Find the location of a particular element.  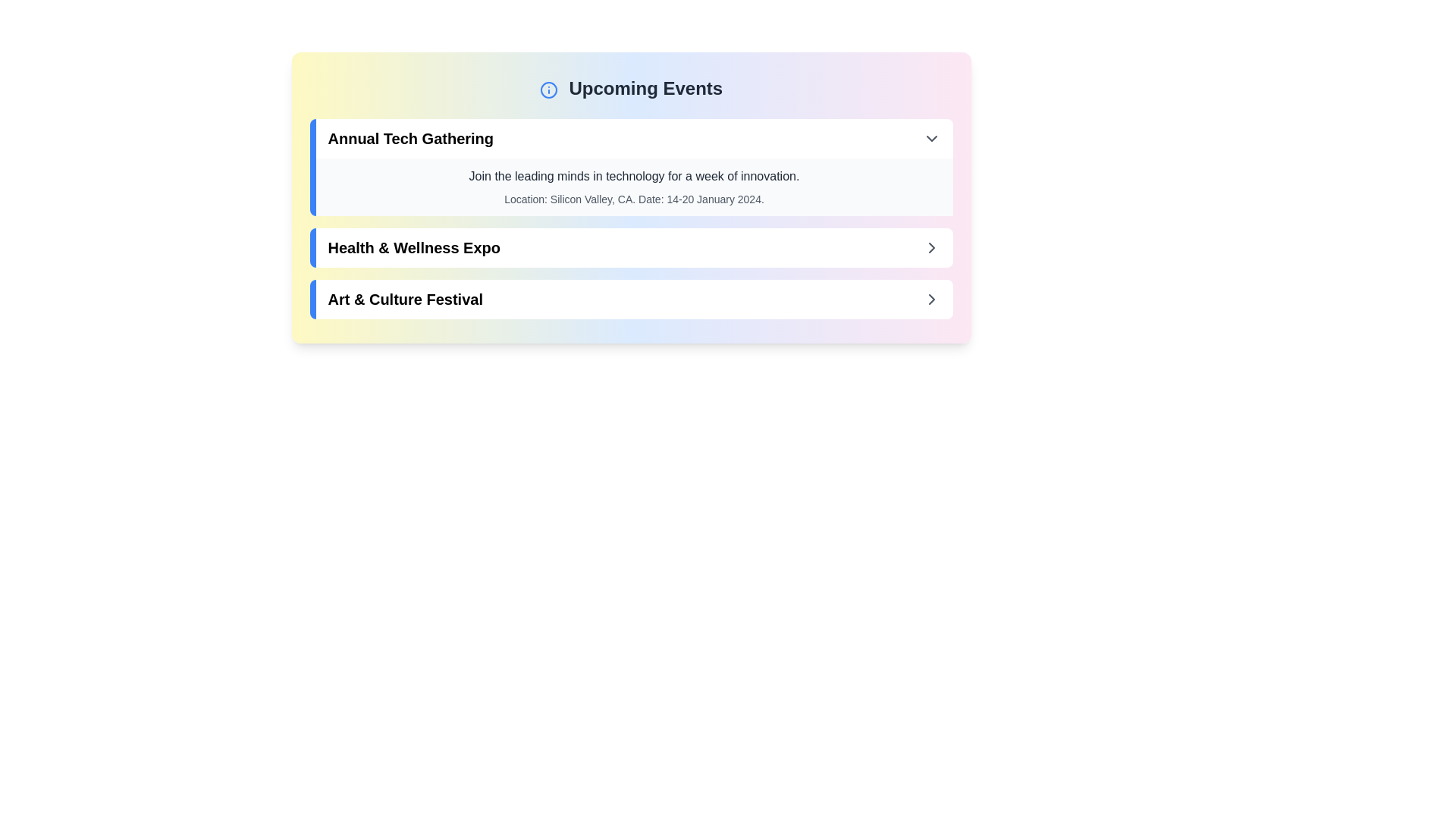

the 'Health & Wellness Expo' button-like list item in the 'Upcoming Events' section is located at coordinates (631, 247).